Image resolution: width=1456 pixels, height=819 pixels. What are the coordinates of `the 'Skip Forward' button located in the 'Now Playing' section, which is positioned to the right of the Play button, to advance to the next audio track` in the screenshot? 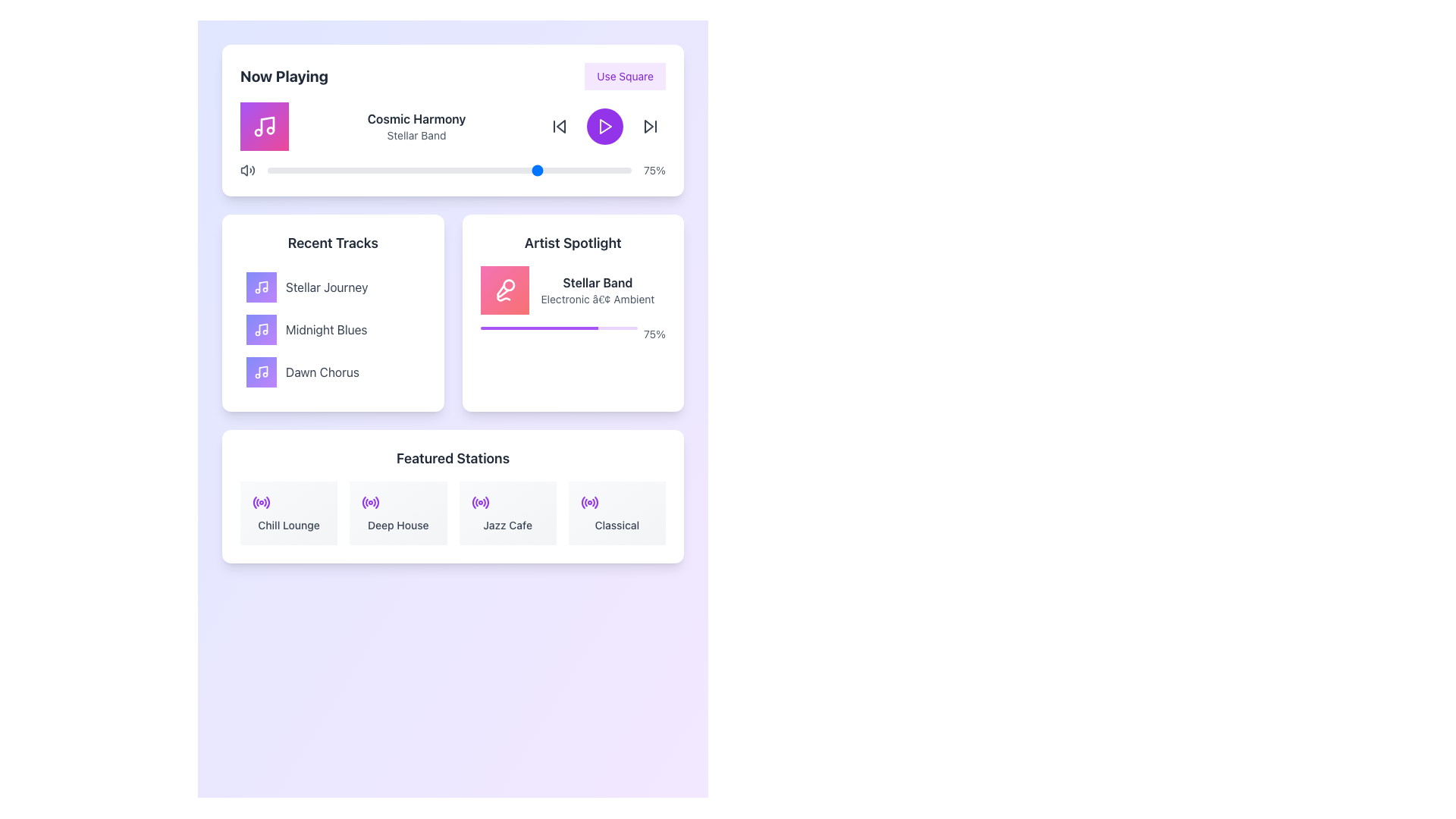 It's located at (651, 125).